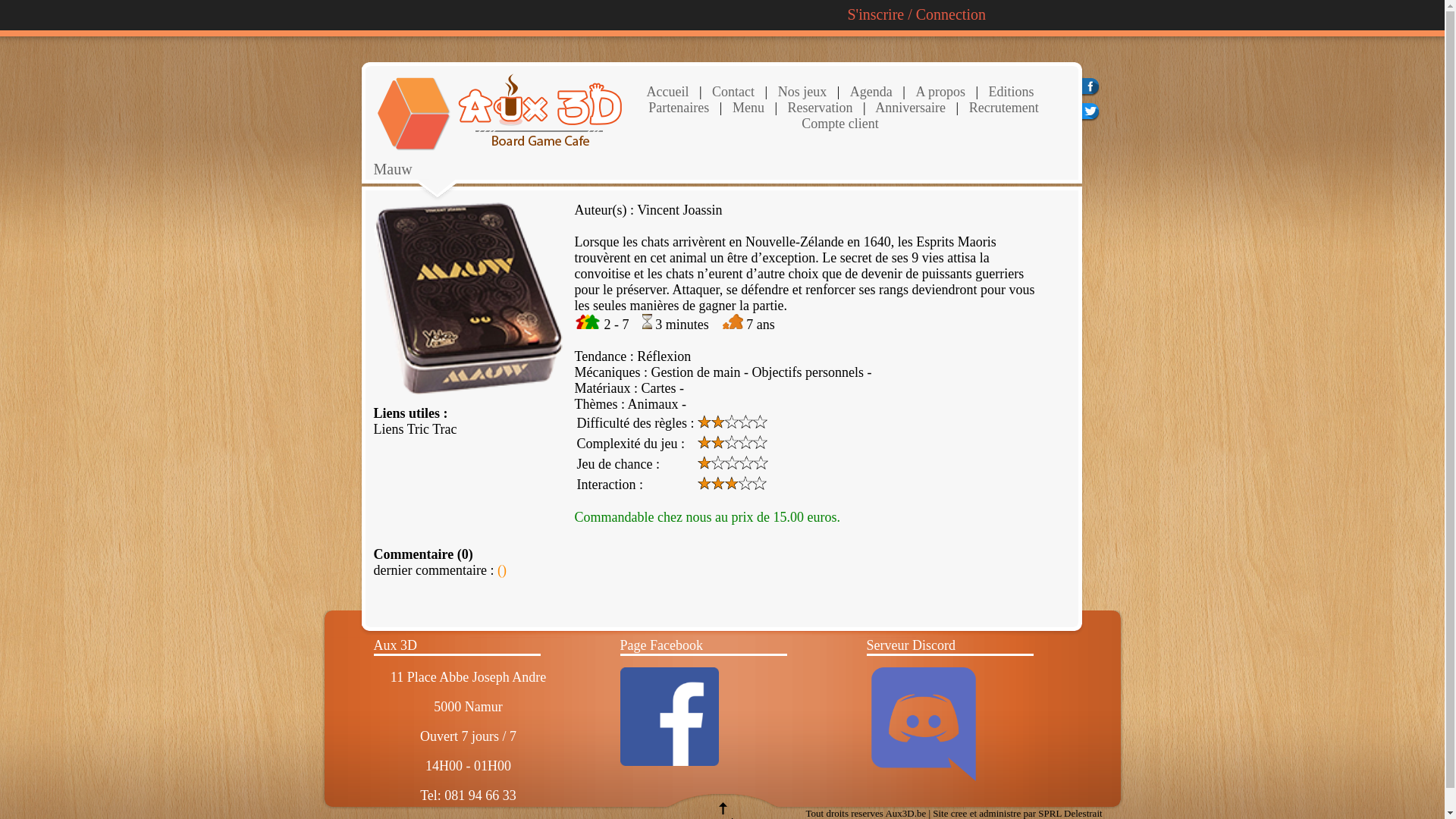 Image resolution: width=1456 pixels, height=819 pixels. I want to click on 'Partenaires', so click(677, 107).